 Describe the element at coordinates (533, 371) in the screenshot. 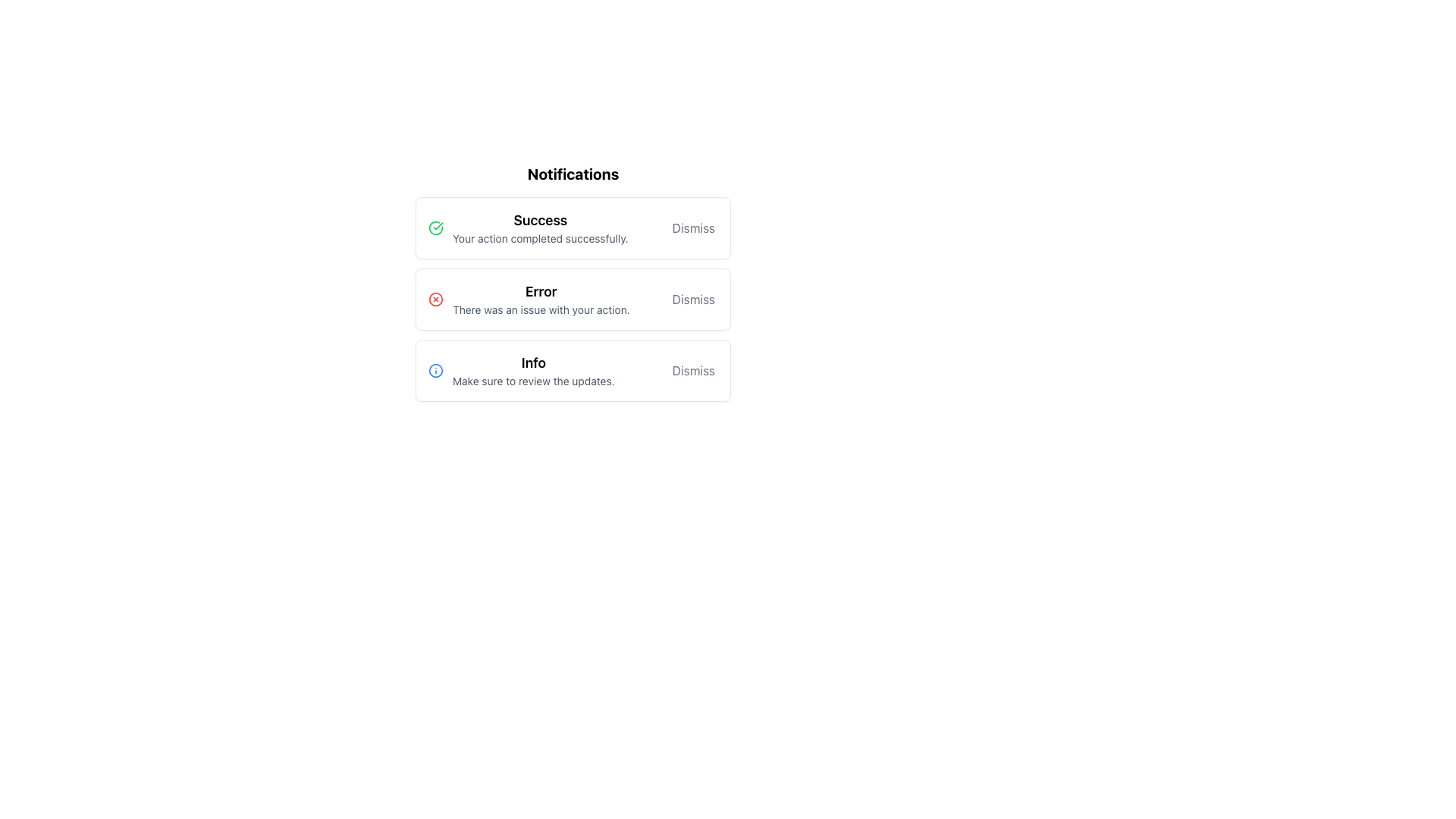

I see `the text display element that provides updates, located in the third position of the notification block` at that location.